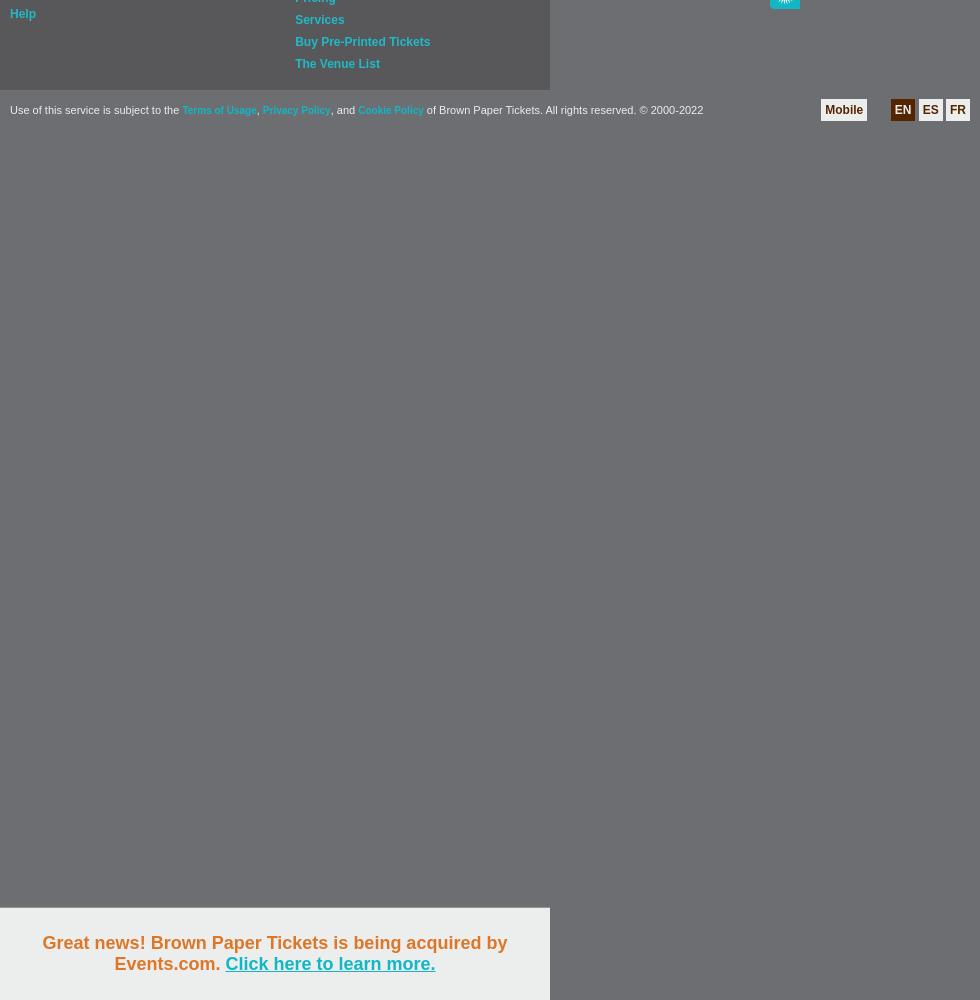 The image size is (980, 1000). I want to click on 'ES', so click(921, 109).